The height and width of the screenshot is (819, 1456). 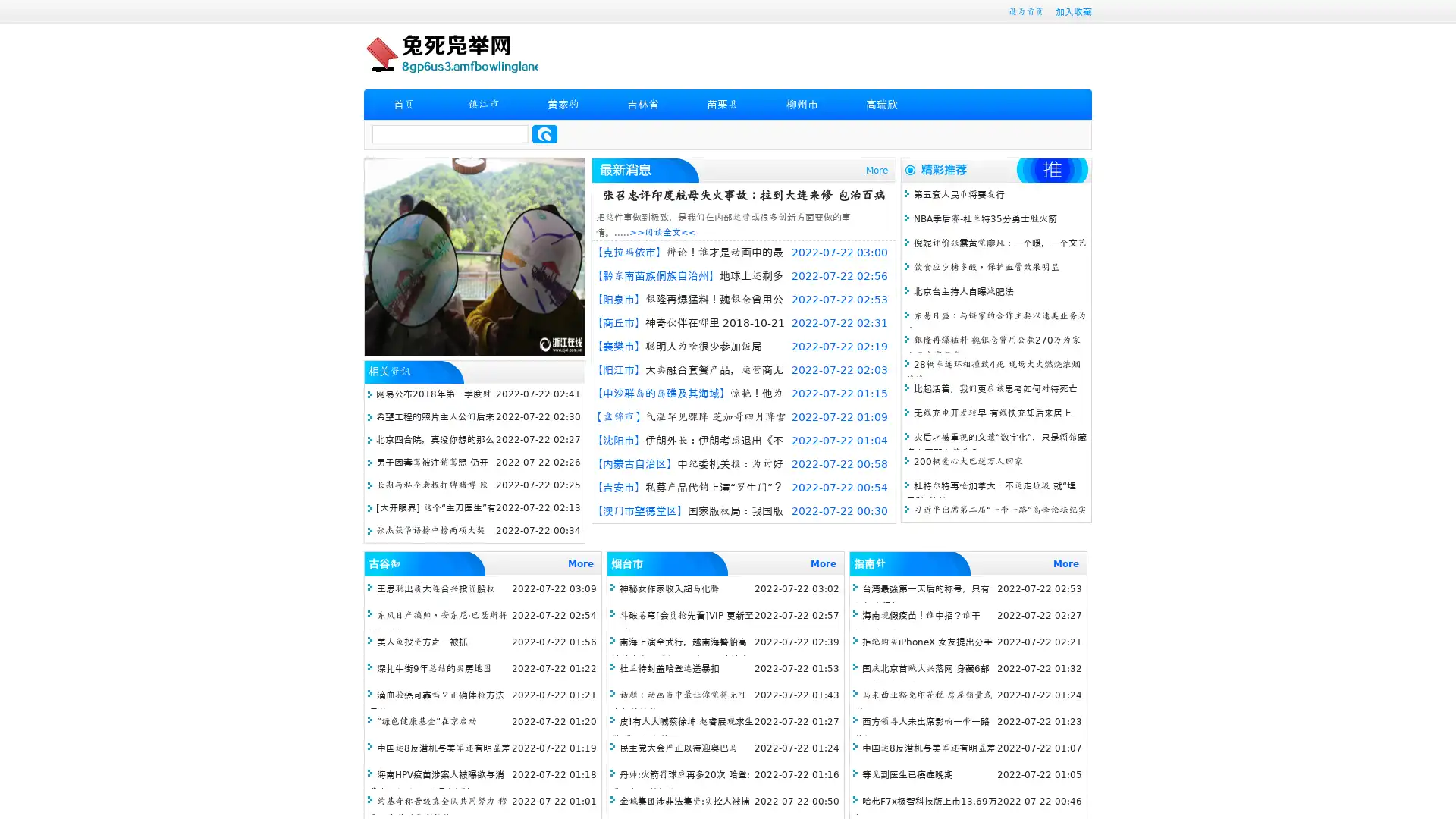 I want to click on Search, so click(x=544, y=133).